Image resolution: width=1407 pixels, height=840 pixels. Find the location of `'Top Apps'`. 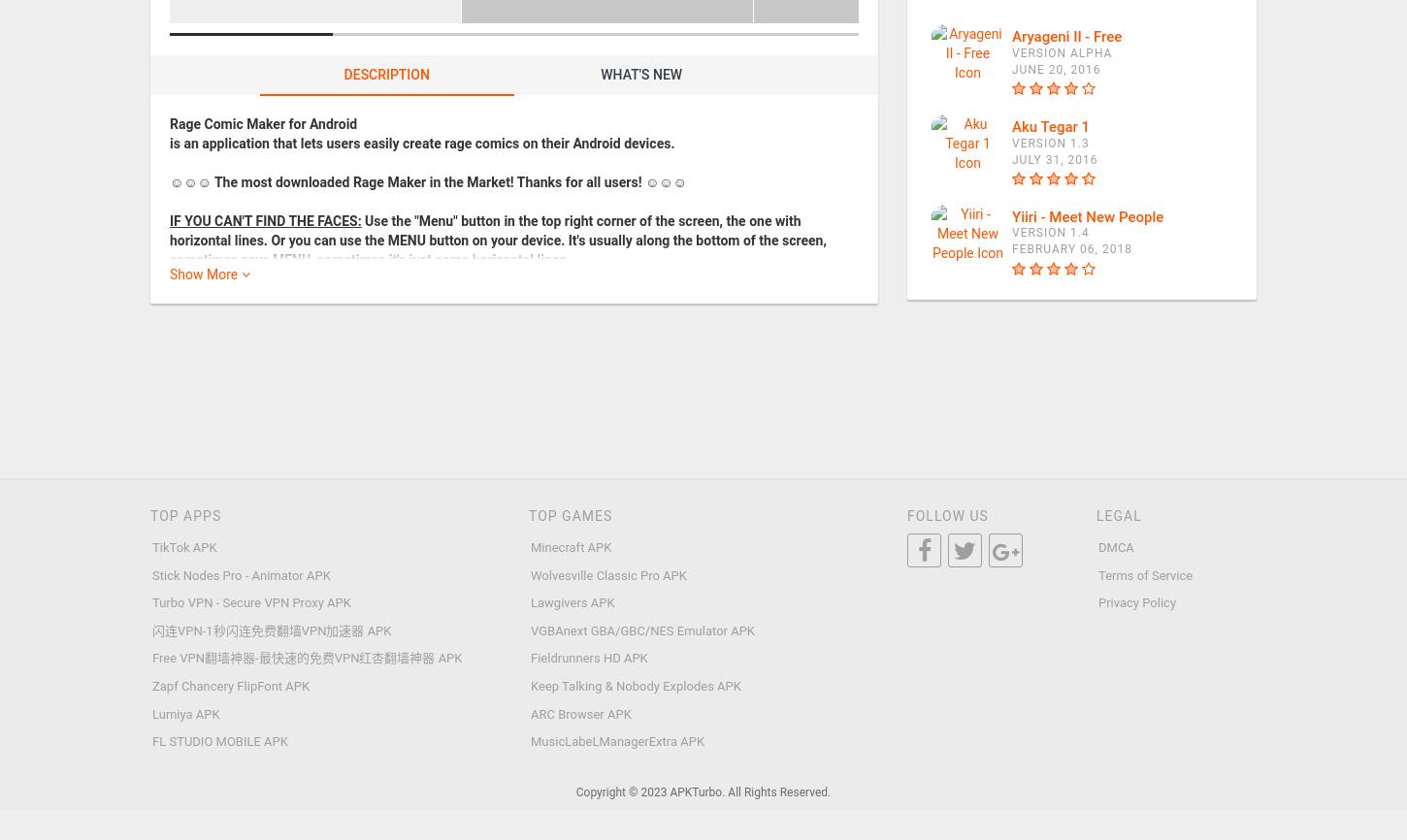

'Top Apps' is located at coordinates (184, 515).